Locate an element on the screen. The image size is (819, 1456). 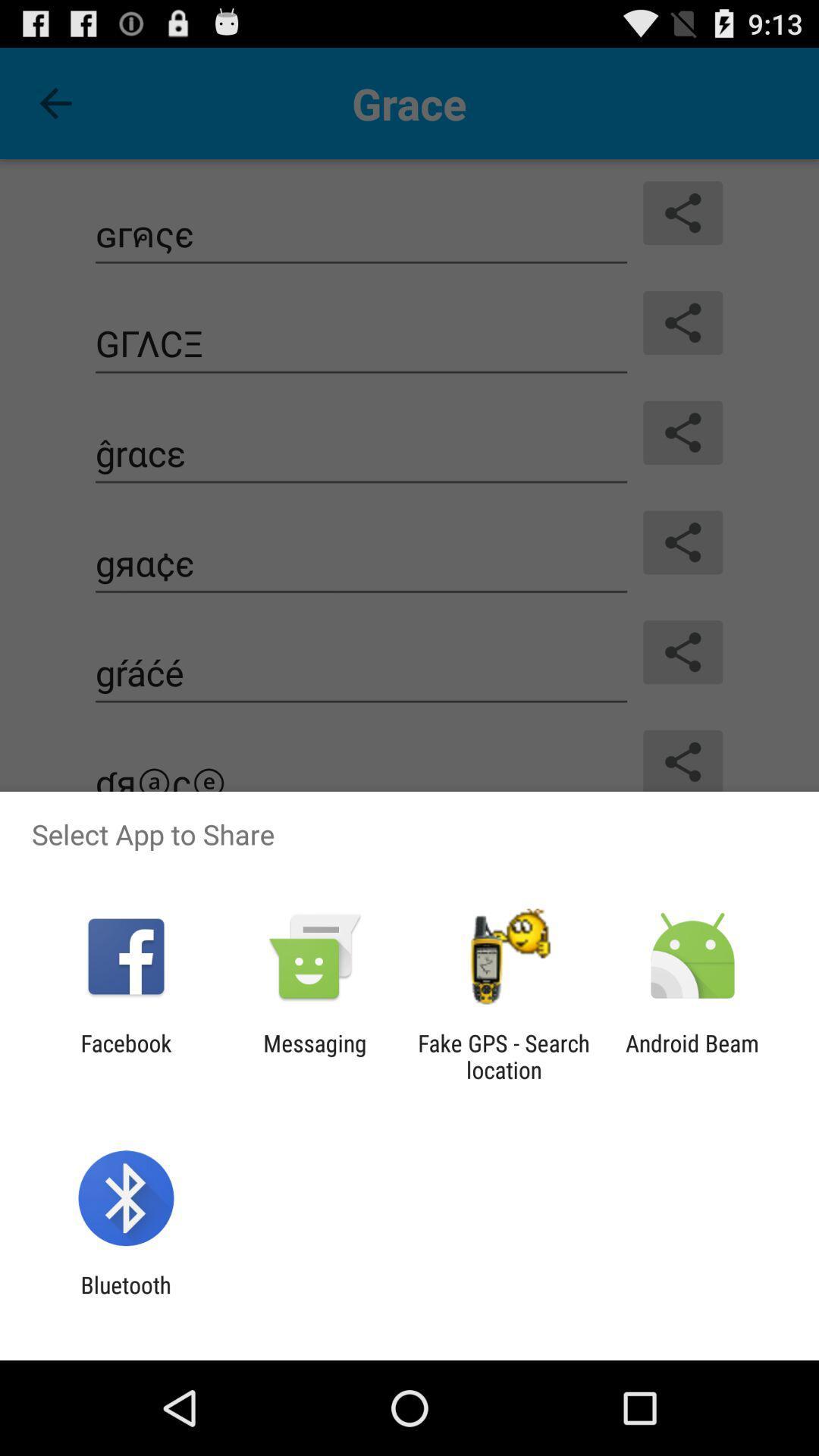
facebook item is located at coordinates (125, 1056).